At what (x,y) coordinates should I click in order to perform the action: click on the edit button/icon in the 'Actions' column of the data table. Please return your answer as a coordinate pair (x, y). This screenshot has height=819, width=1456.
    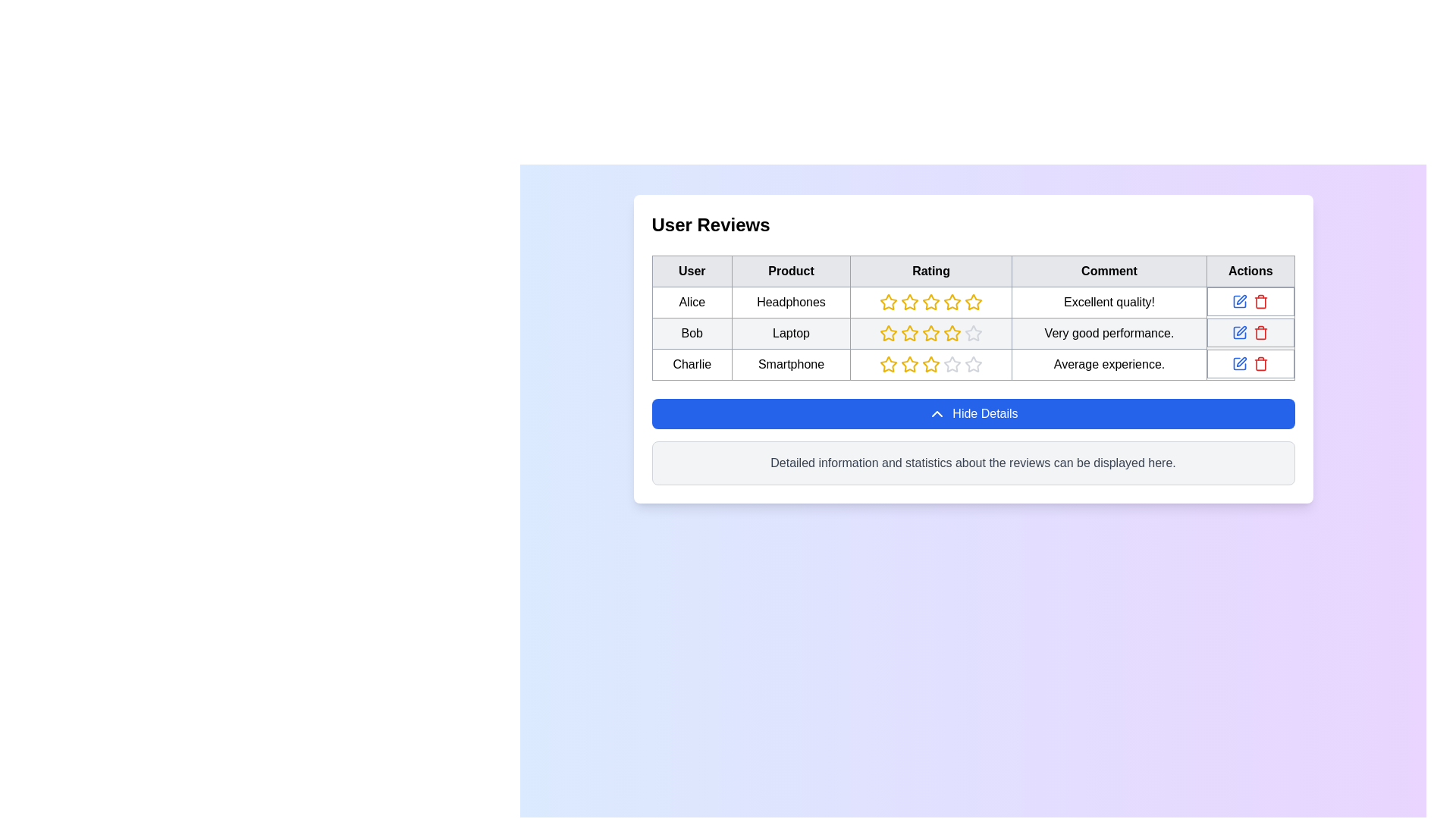
    Looking at the image, I should click on (1241, 300).